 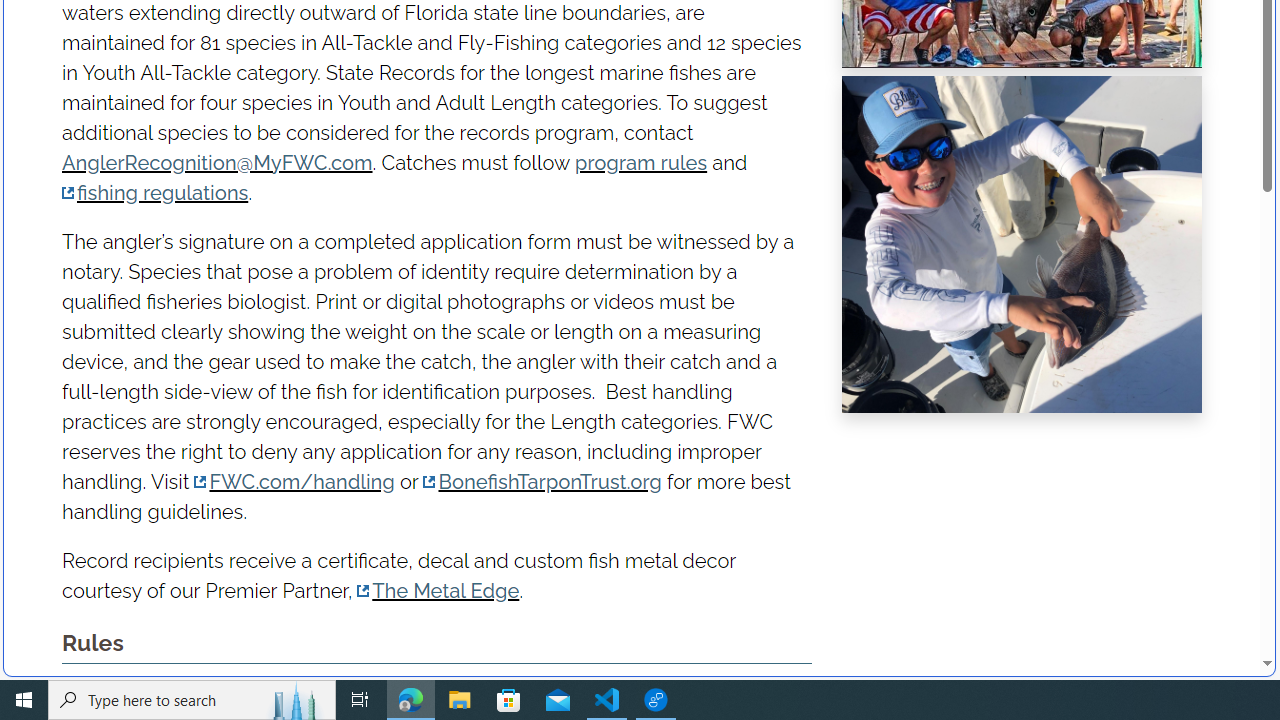 I want to click on 'fishing regulations', so click(x=154, y=192).